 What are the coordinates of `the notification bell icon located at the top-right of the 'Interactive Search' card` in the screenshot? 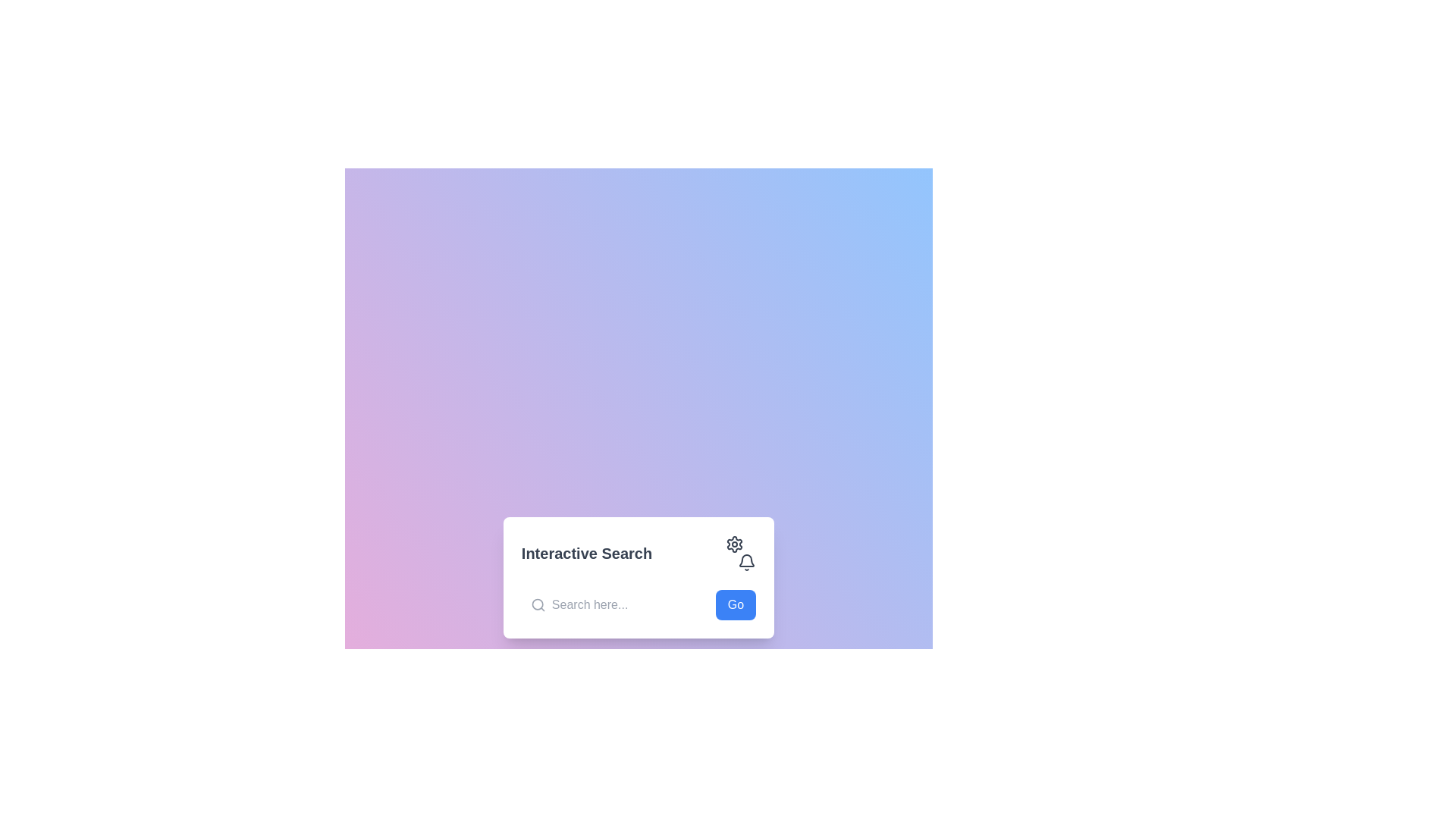 It's located at (747, 562).